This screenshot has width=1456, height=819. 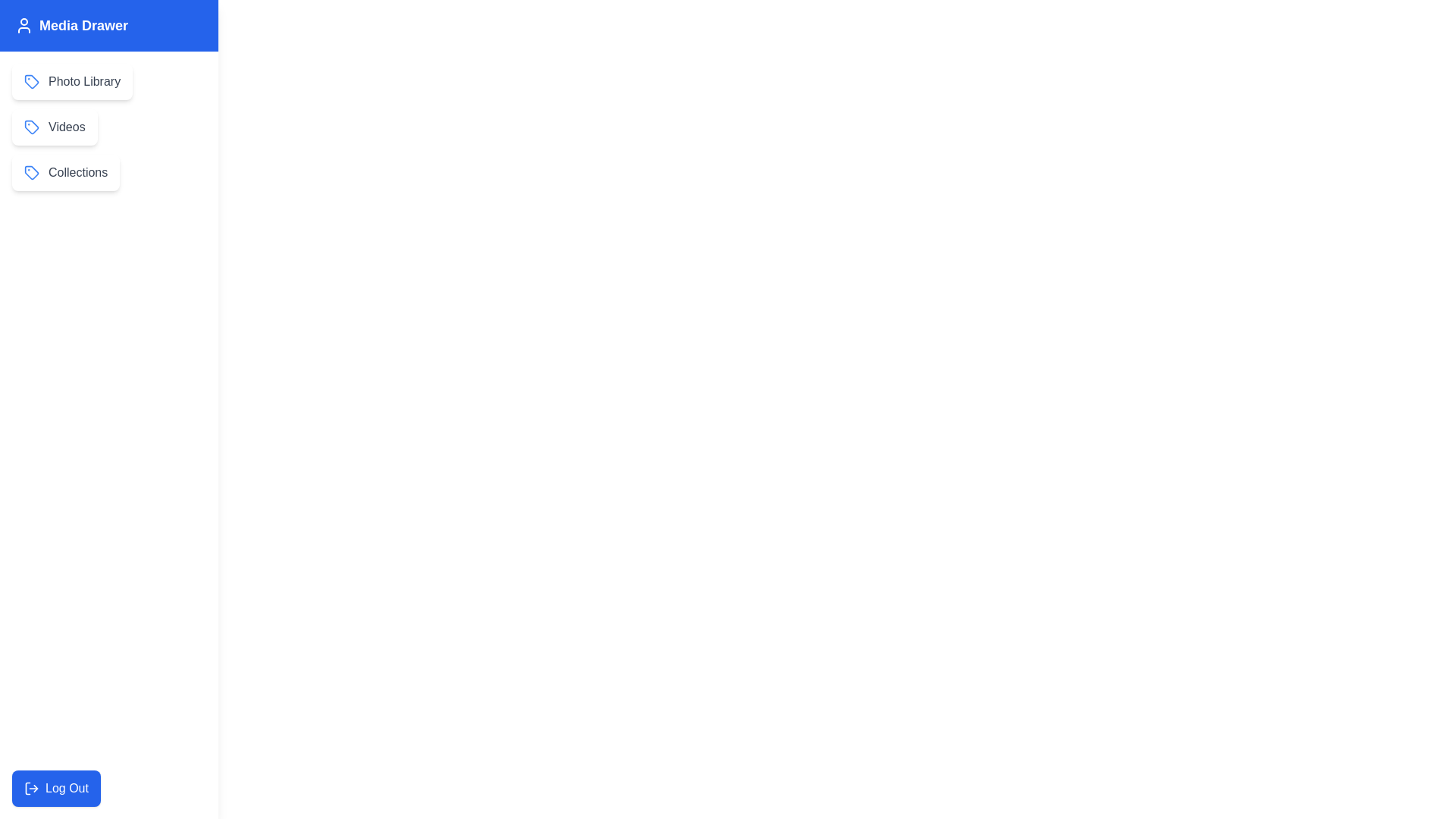 What do you see at coordinates (108, 26) in the screenshot?
I see `the Media Drawer title bar` at bounding box center [108, 26].